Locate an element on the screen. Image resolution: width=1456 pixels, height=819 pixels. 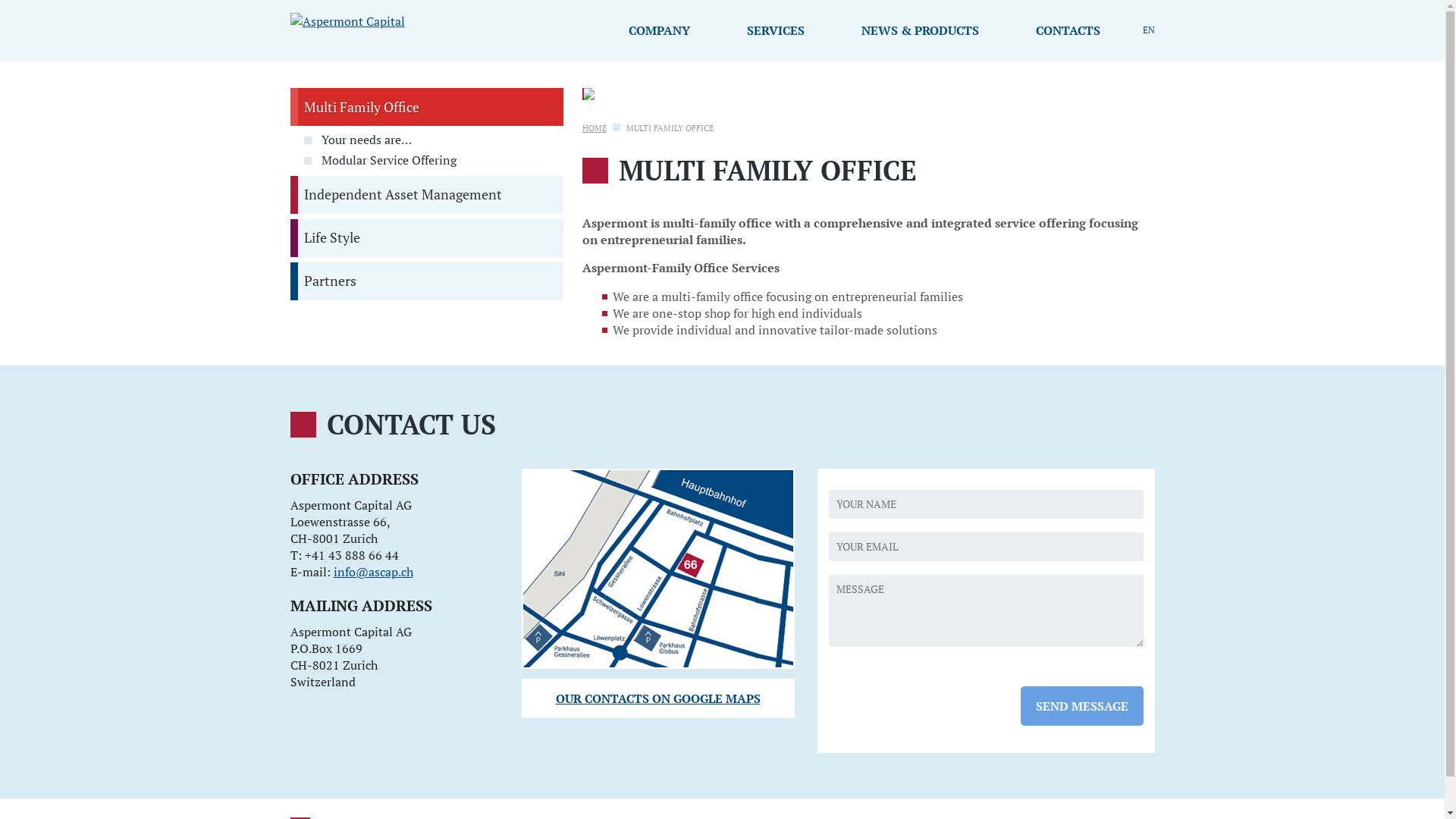
'Send message' is located at coordinates (1081, 705).